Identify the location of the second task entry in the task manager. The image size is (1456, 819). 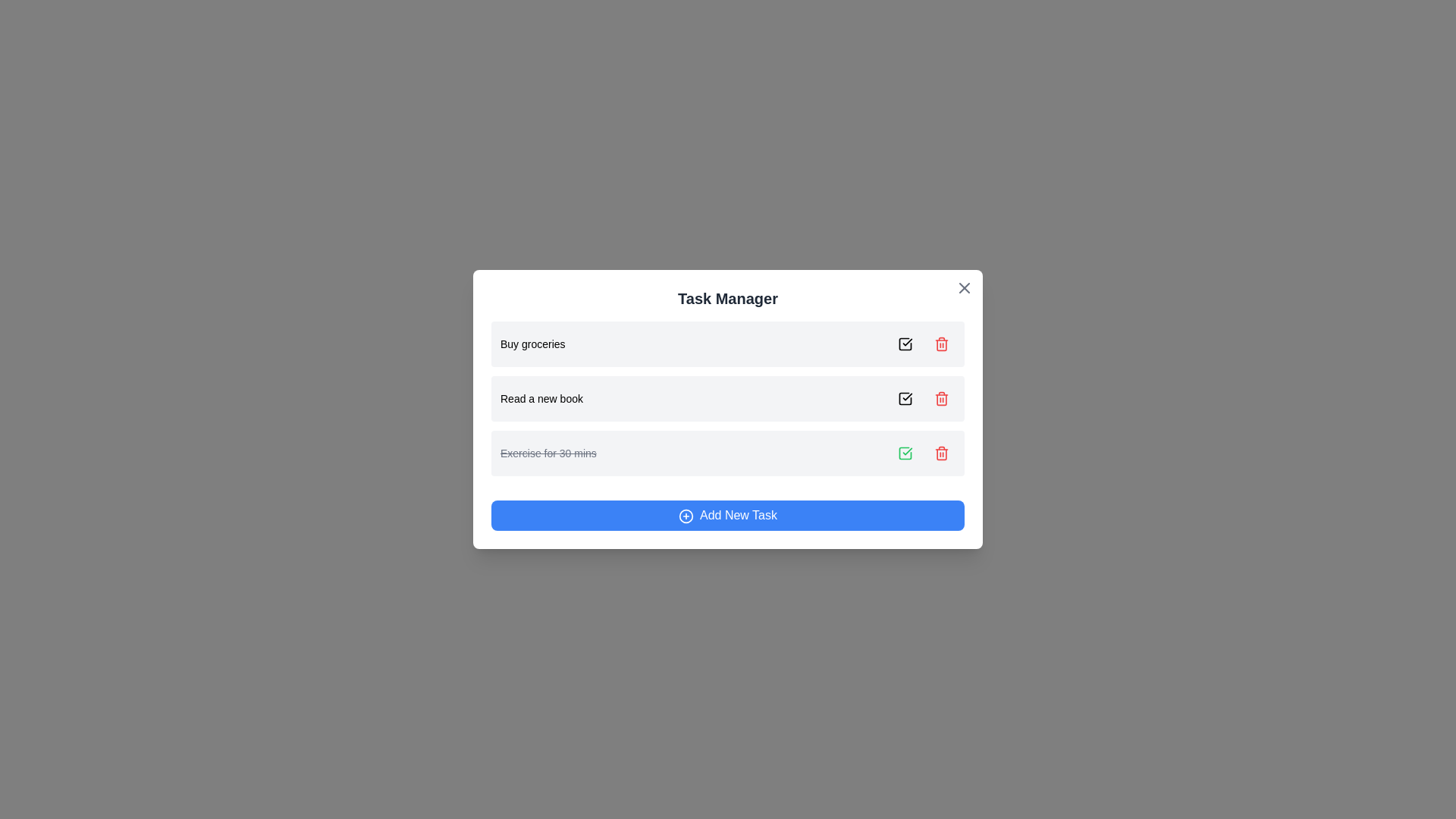
(728, 397).